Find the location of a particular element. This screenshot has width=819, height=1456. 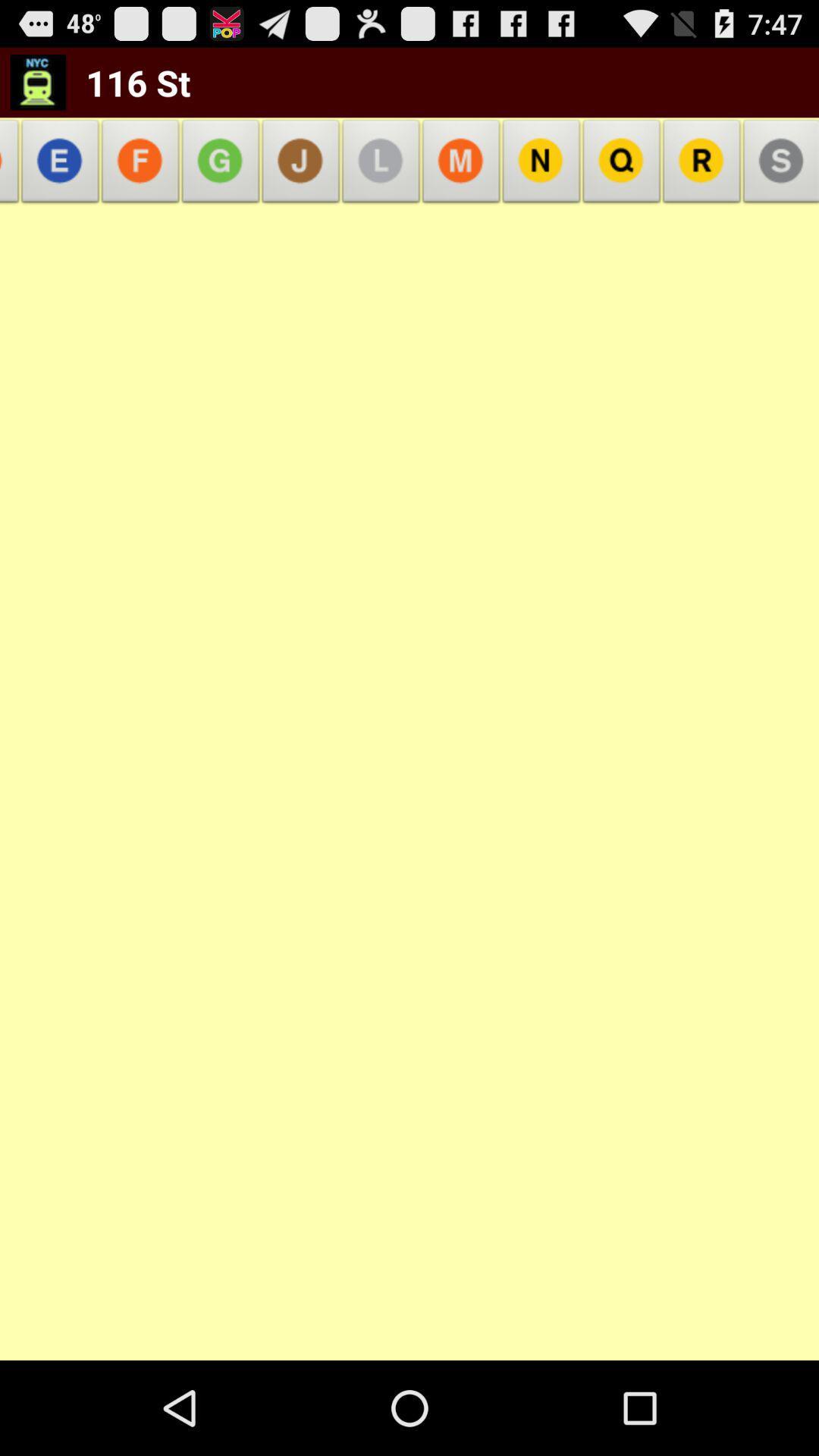

the facebook icon is located at coordinates (140, 177).